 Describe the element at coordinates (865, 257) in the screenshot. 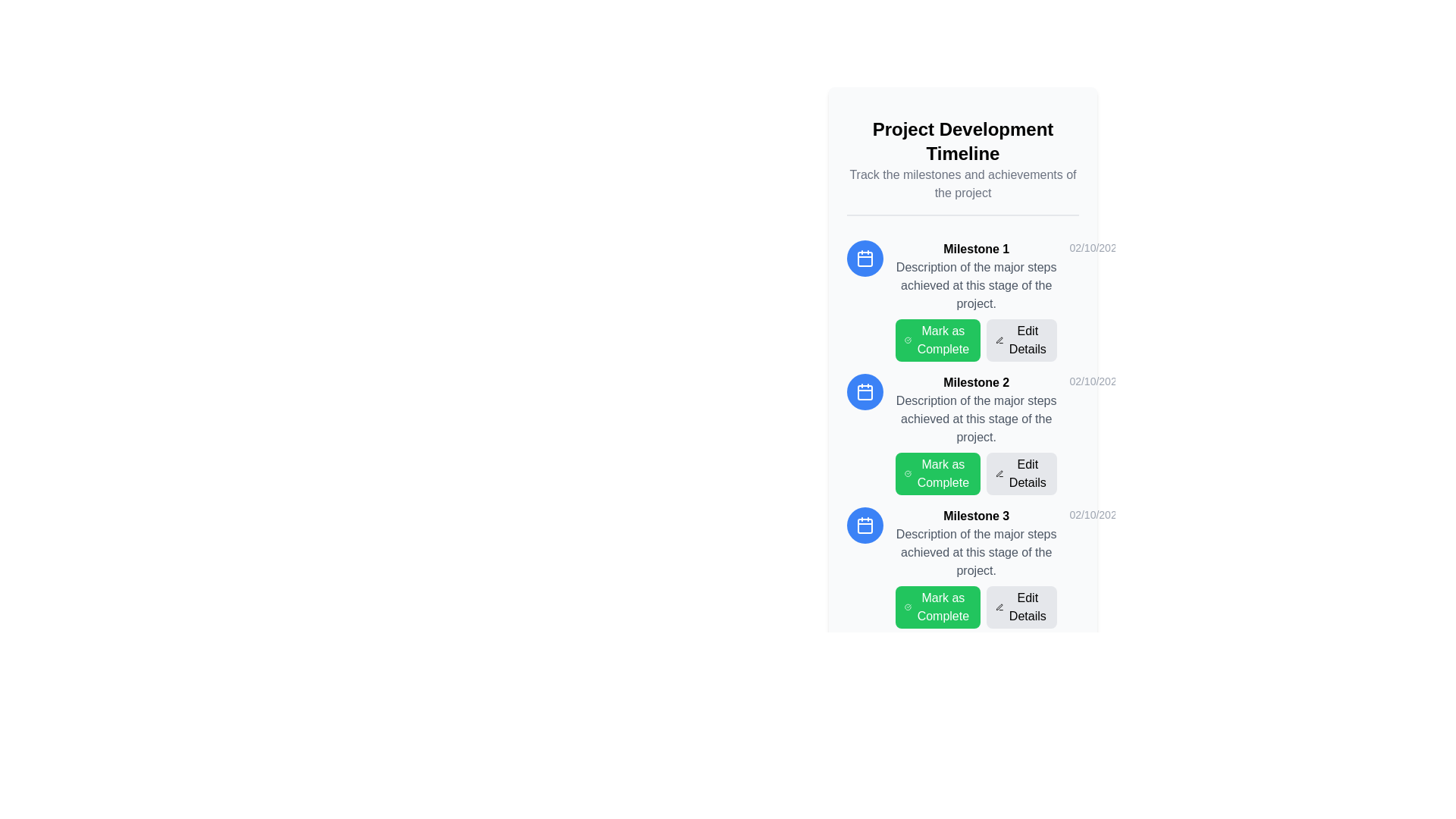

I see `the calendar icon, which is a rounded square shape with a small calendar glyph inside, located within a blue circular background and positioned to the left of 'Milestone 1' text` at that location.